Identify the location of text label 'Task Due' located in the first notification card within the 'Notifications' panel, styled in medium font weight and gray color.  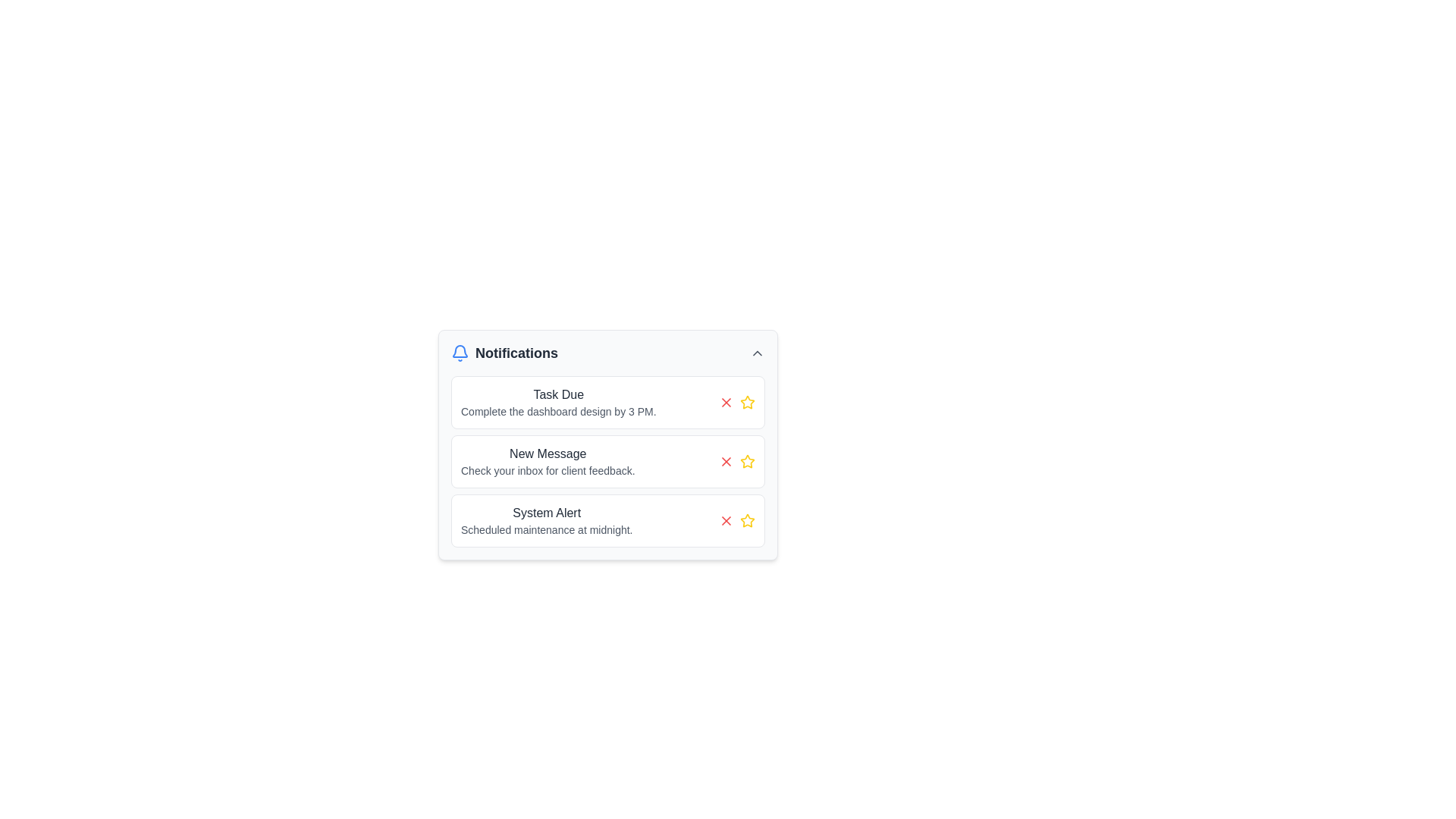
(557, 394).